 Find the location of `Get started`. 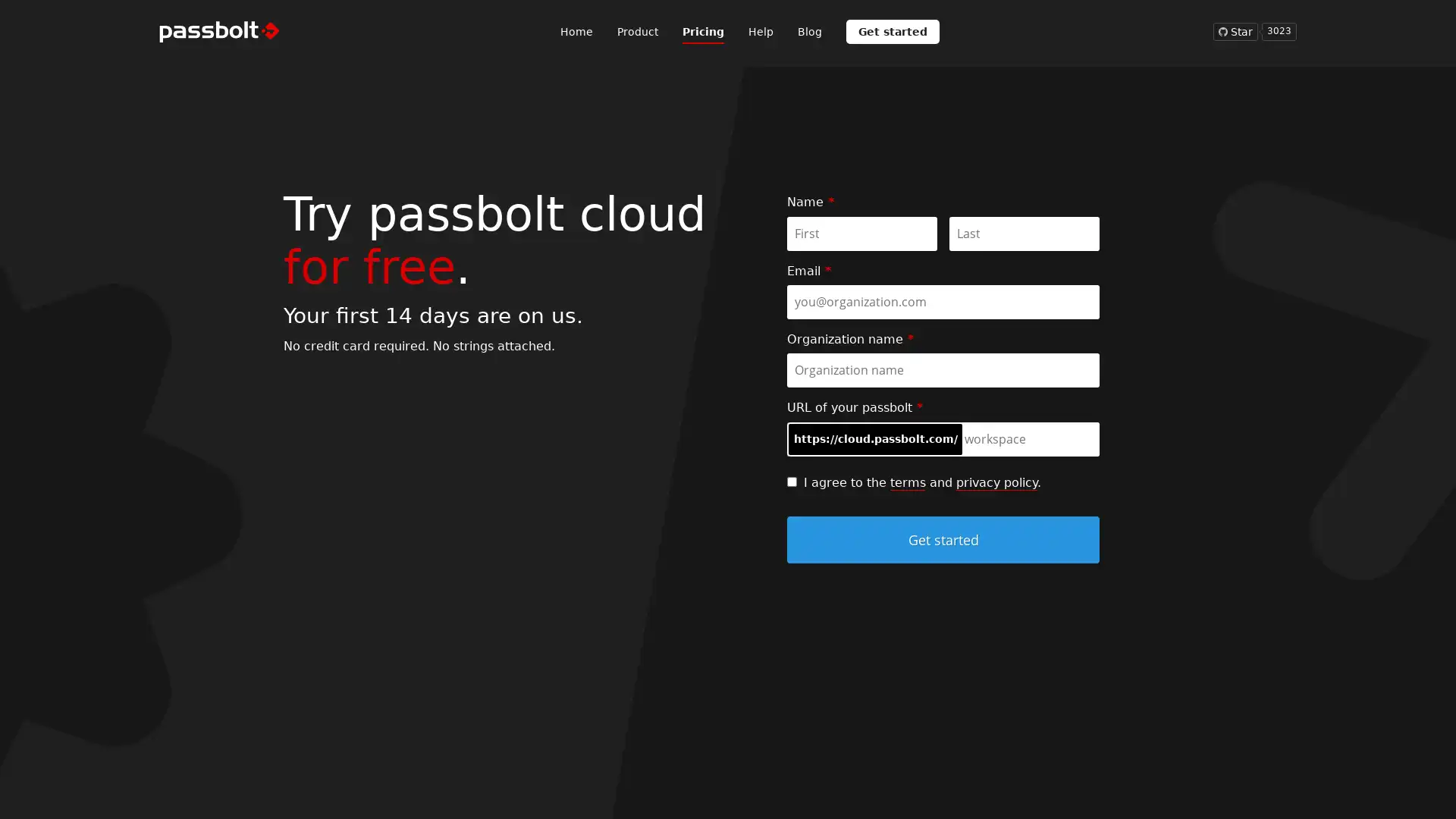

Get started is located at coordinates (942, 538).